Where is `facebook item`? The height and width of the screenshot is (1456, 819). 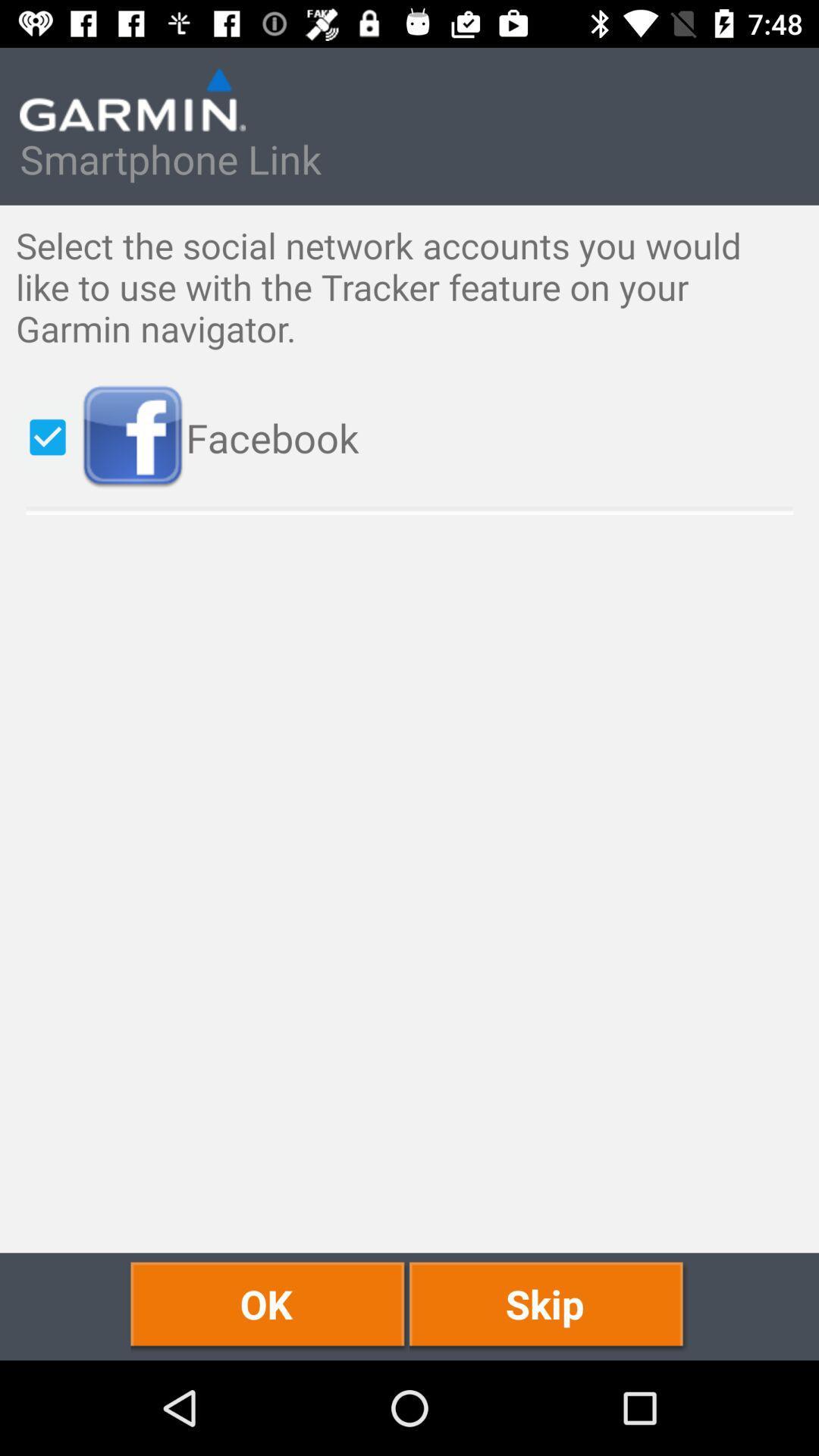
facebook item is located at coordinates (441, 437).